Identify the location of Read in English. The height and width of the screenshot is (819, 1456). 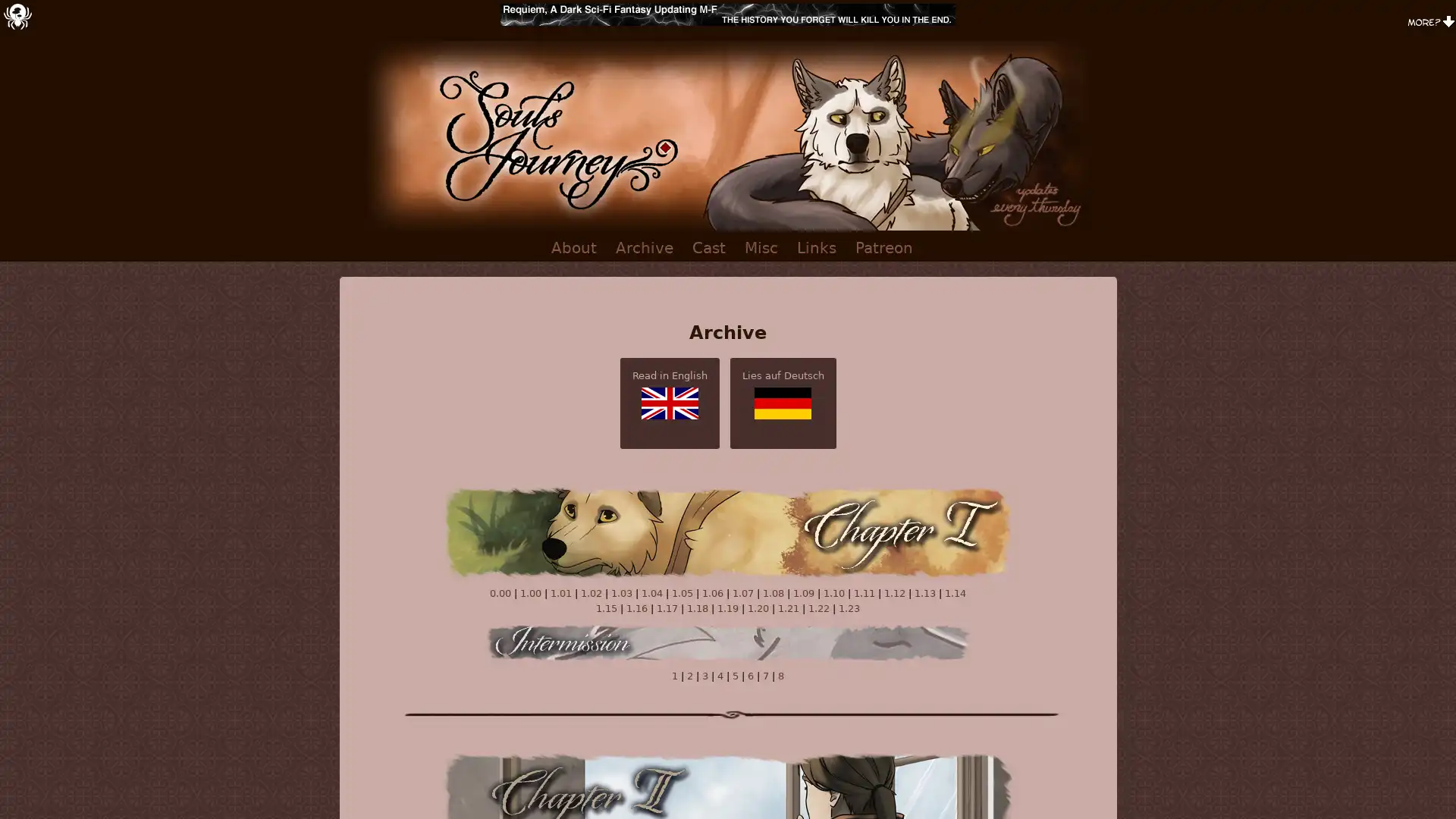
(668, 402).